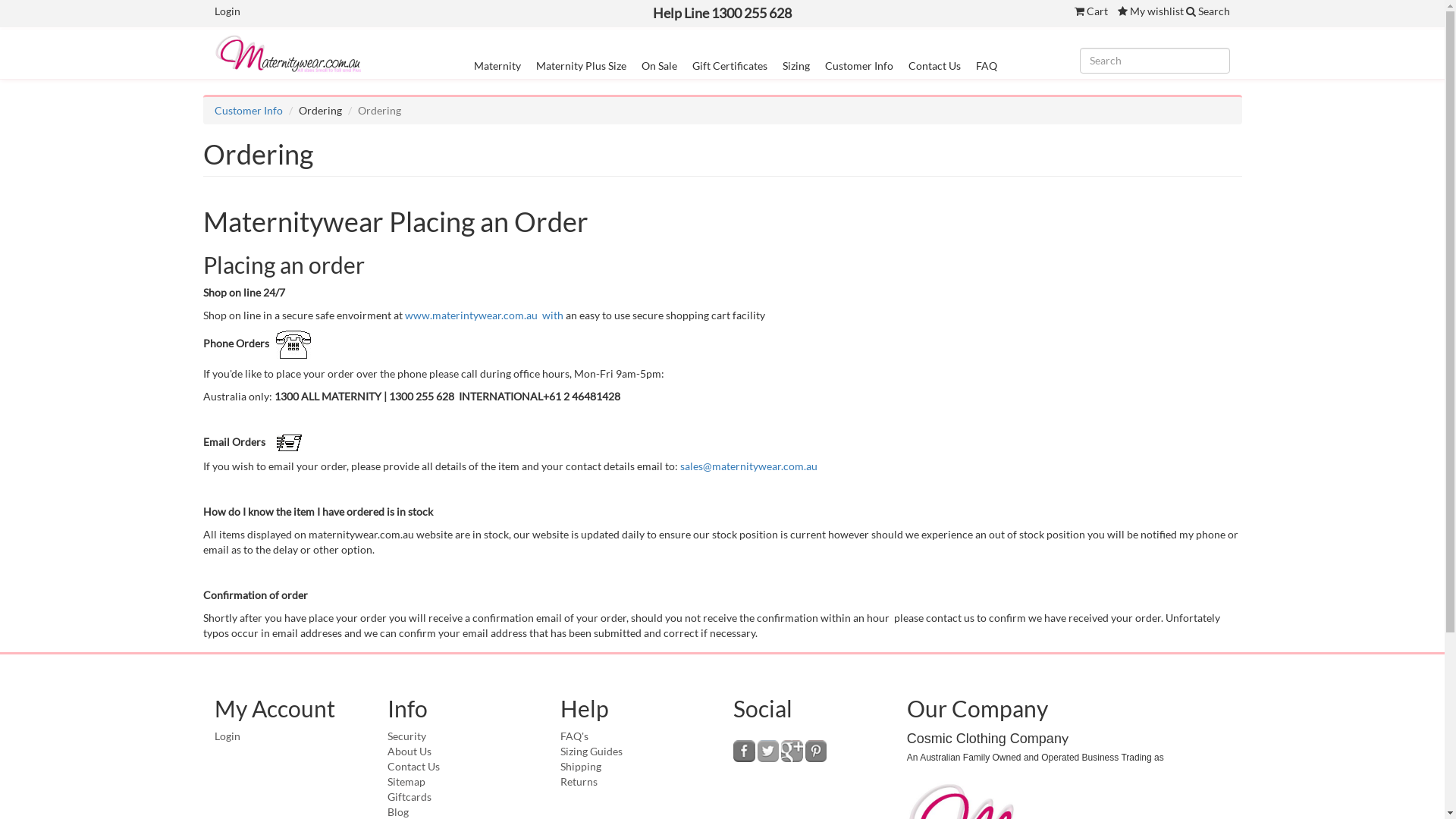 Image resolution: width=1456 pixels, height=819 pixels. I want to click on 'Apply', so click(0, 12).